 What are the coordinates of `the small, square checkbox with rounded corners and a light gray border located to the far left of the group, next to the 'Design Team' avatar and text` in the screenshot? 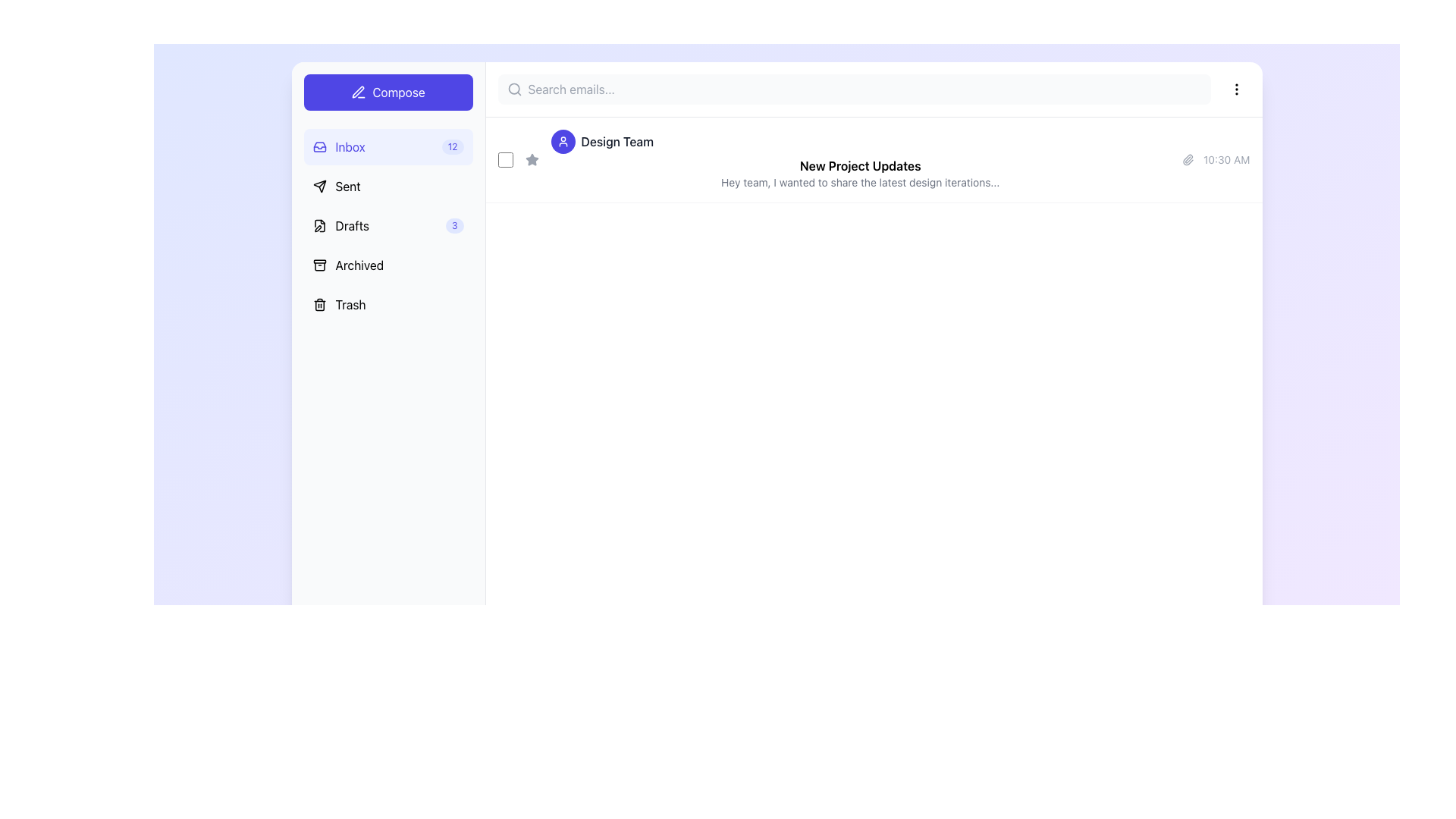 It's located at (505, 160).